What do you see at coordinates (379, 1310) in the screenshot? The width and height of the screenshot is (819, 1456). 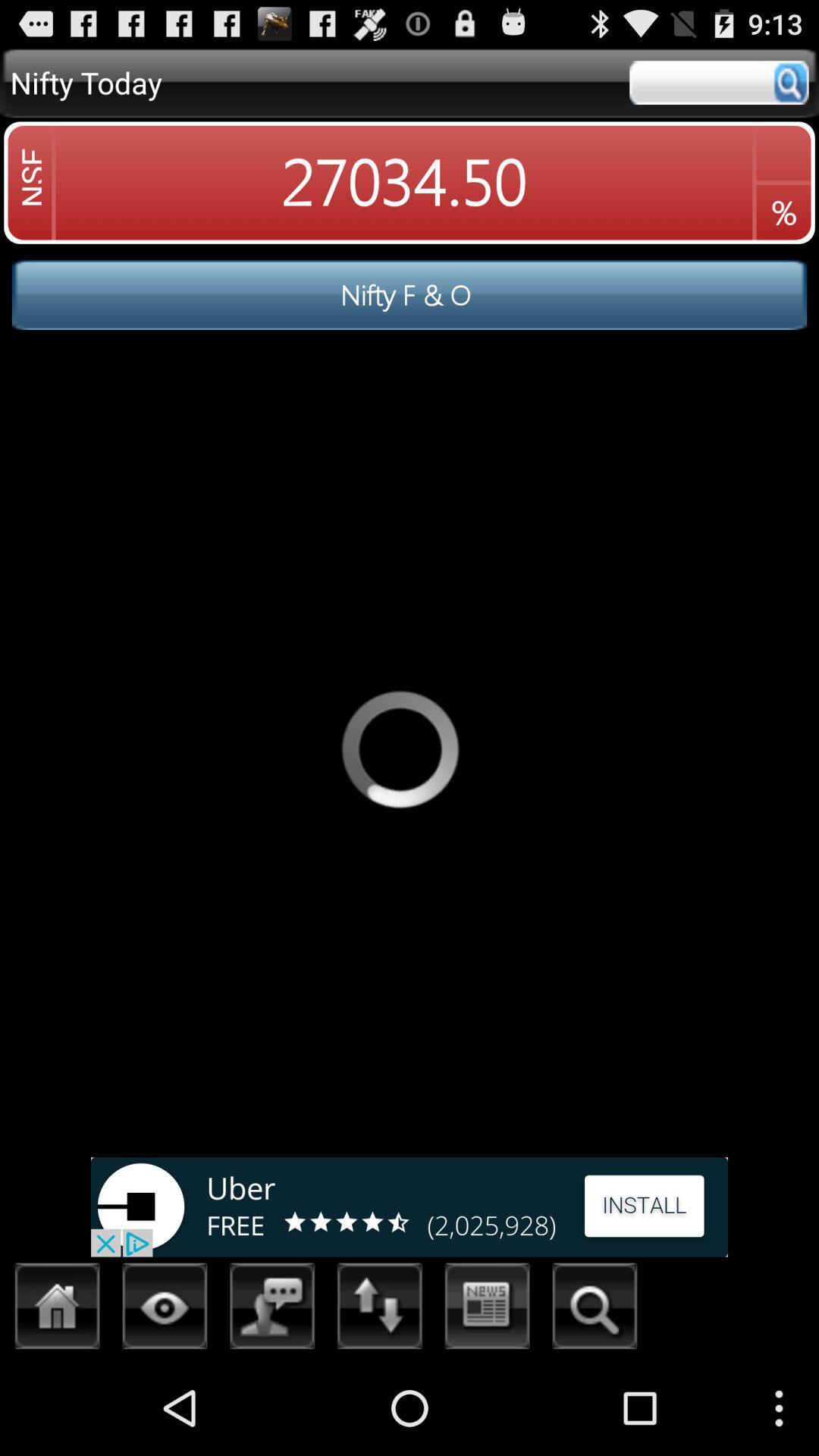 I see `cloud upload download option` at bounding box center [379, 1310].